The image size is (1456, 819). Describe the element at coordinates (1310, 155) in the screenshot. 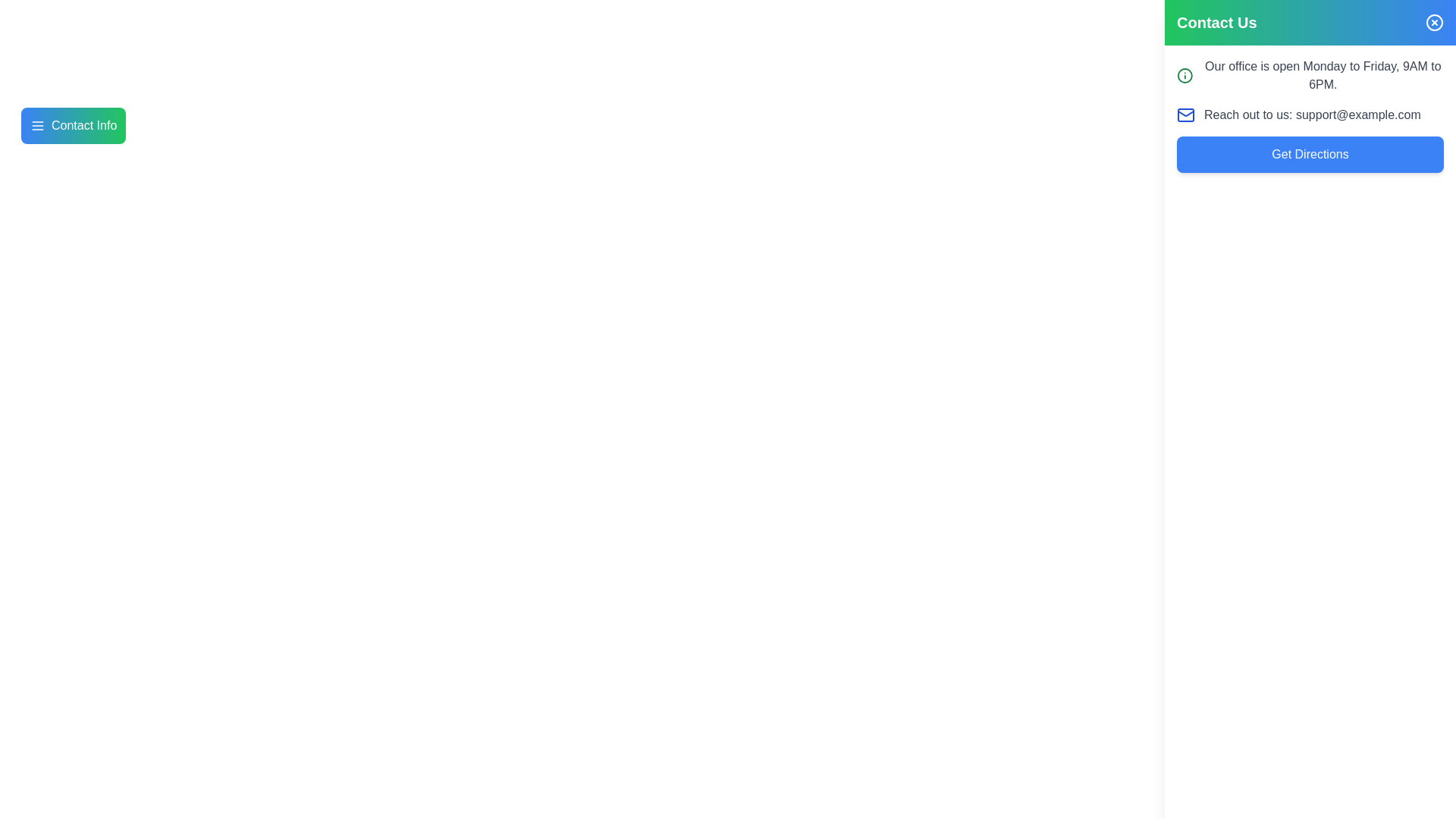

I see `the navigation button located below the email address in the vertical layout to initiate navigation` at that location.